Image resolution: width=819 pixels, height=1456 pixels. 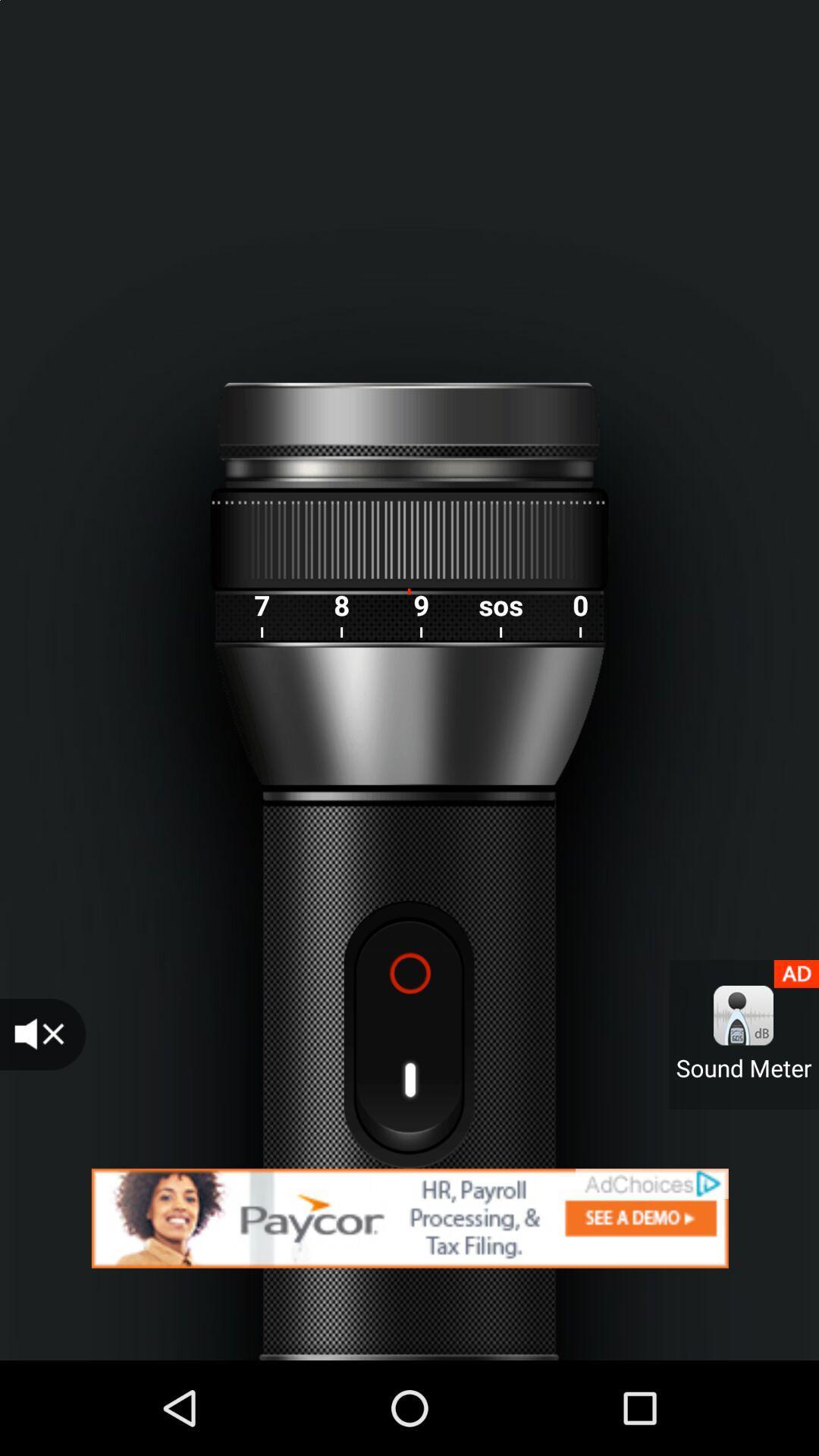 What do you see at coordinates (409, 1218) in the screenshot?
I see `redirect to advertisement` at bounding box center [409, 1218].